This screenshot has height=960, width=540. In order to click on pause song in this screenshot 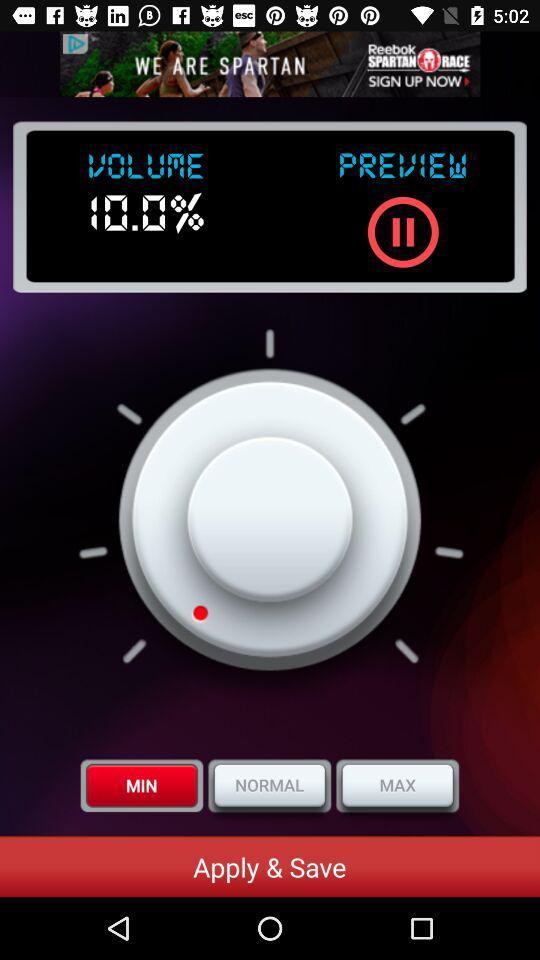, I will do `click(403, 232)`.